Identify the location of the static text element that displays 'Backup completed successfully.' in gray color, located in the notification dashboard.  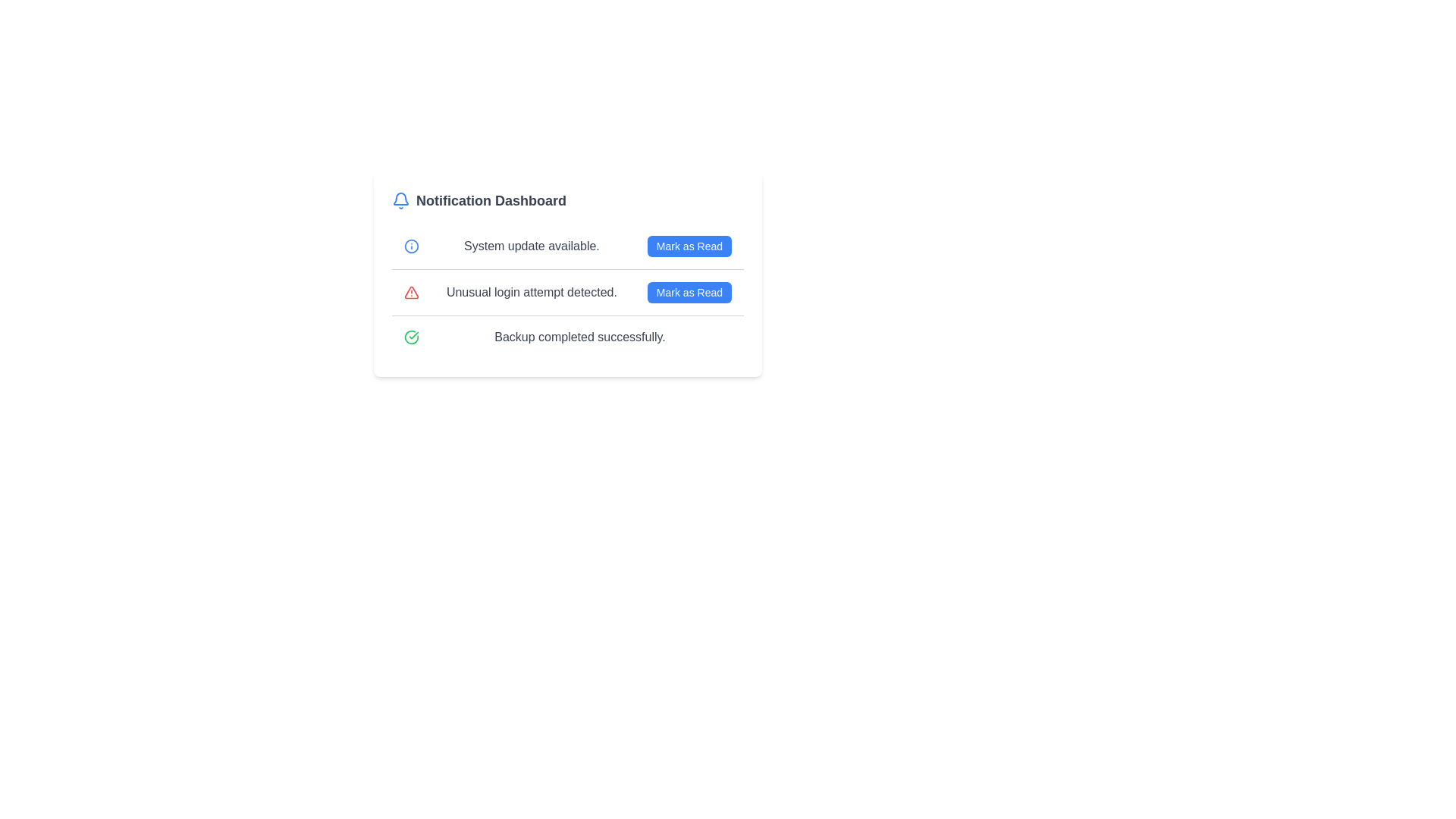
(579, 336).